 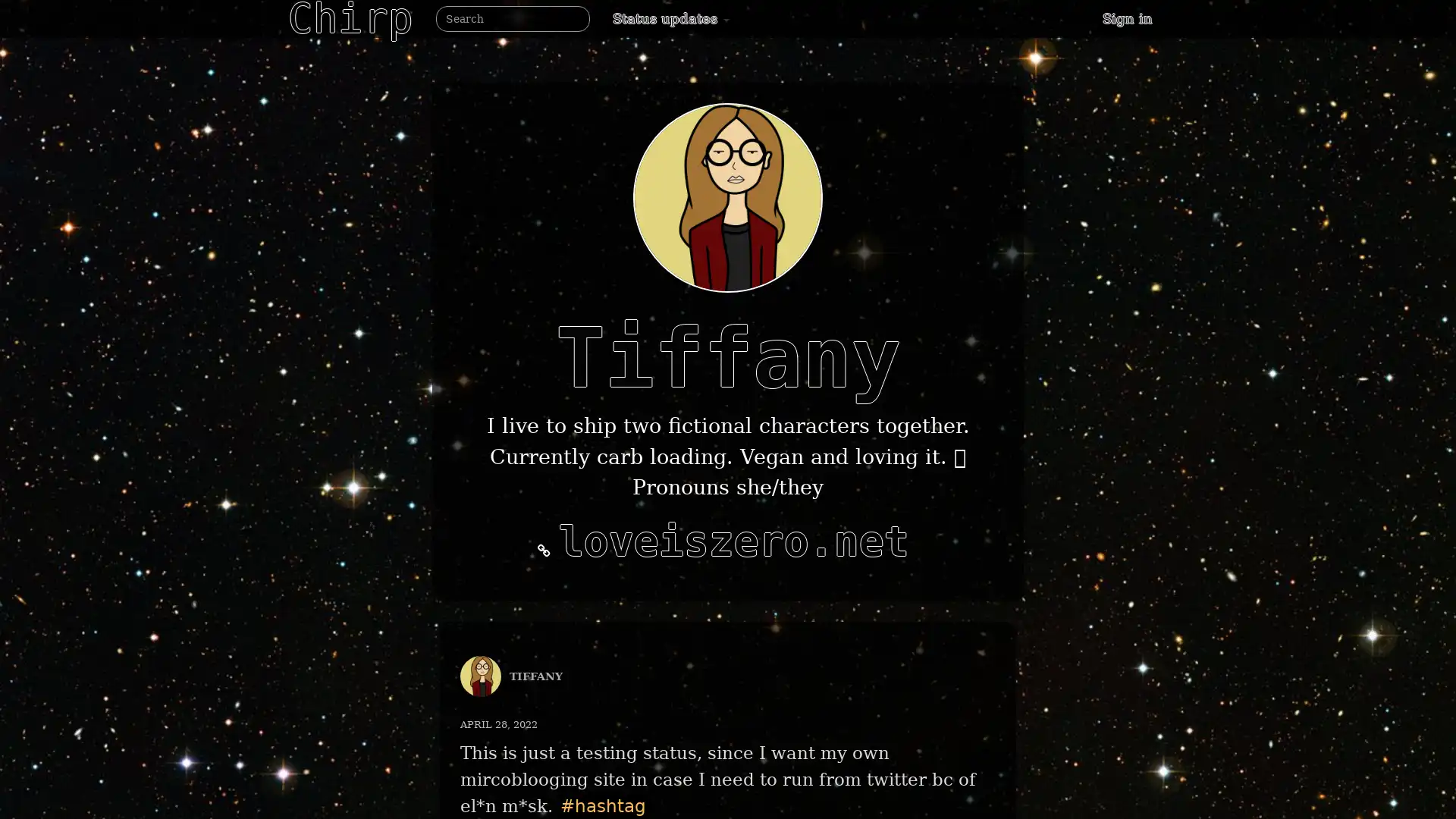 I want to click on Status updates, so click(x=670, y=18).